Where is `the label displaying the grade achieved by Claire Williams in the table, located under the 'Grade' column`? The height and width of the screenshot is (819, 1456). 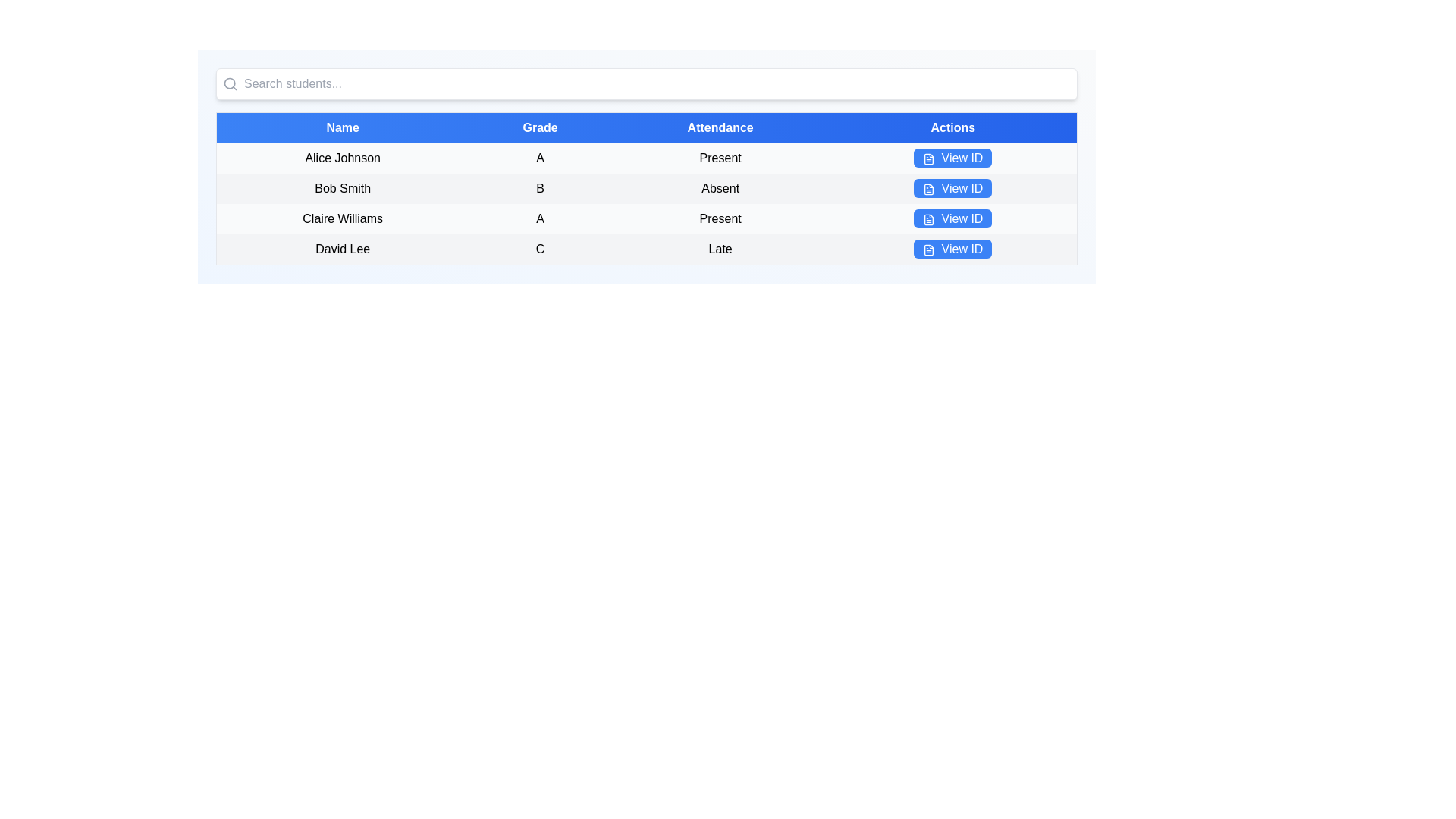
the label displaying the grade achieved by Claire Williams in the table, located under the 'Grade' column is located at coordinates (540, 219).